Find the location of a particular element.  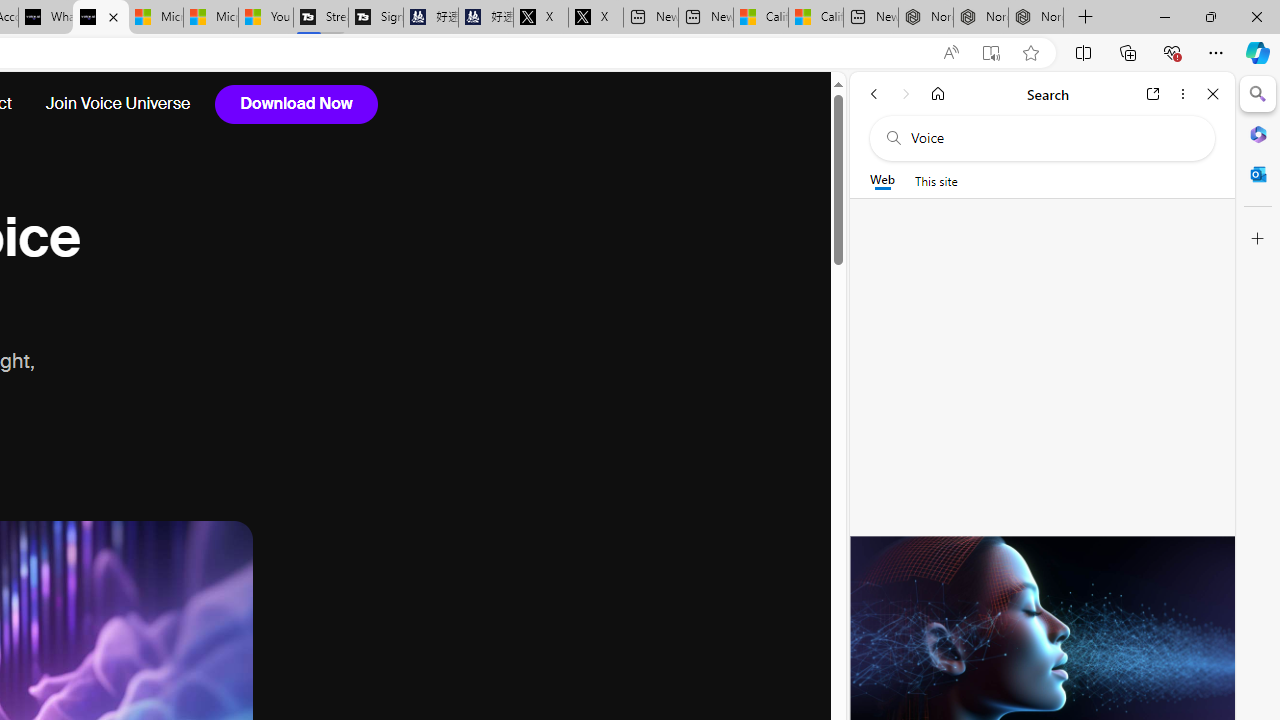

'Streaming Coverage | T3' is located at coordinates (321, 17).